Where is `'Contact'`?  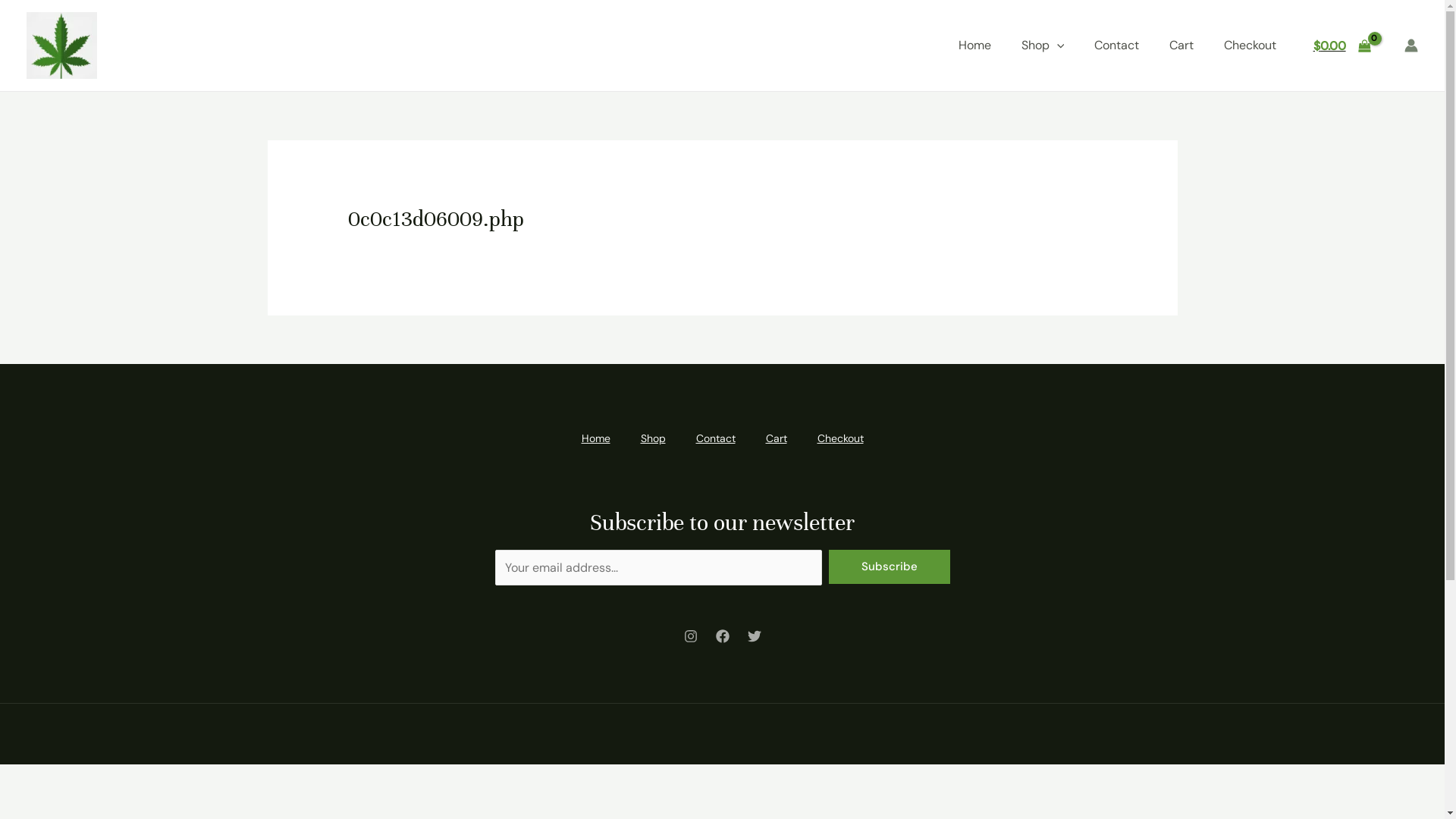 'Contact' is located at coordinates (1116, 45).